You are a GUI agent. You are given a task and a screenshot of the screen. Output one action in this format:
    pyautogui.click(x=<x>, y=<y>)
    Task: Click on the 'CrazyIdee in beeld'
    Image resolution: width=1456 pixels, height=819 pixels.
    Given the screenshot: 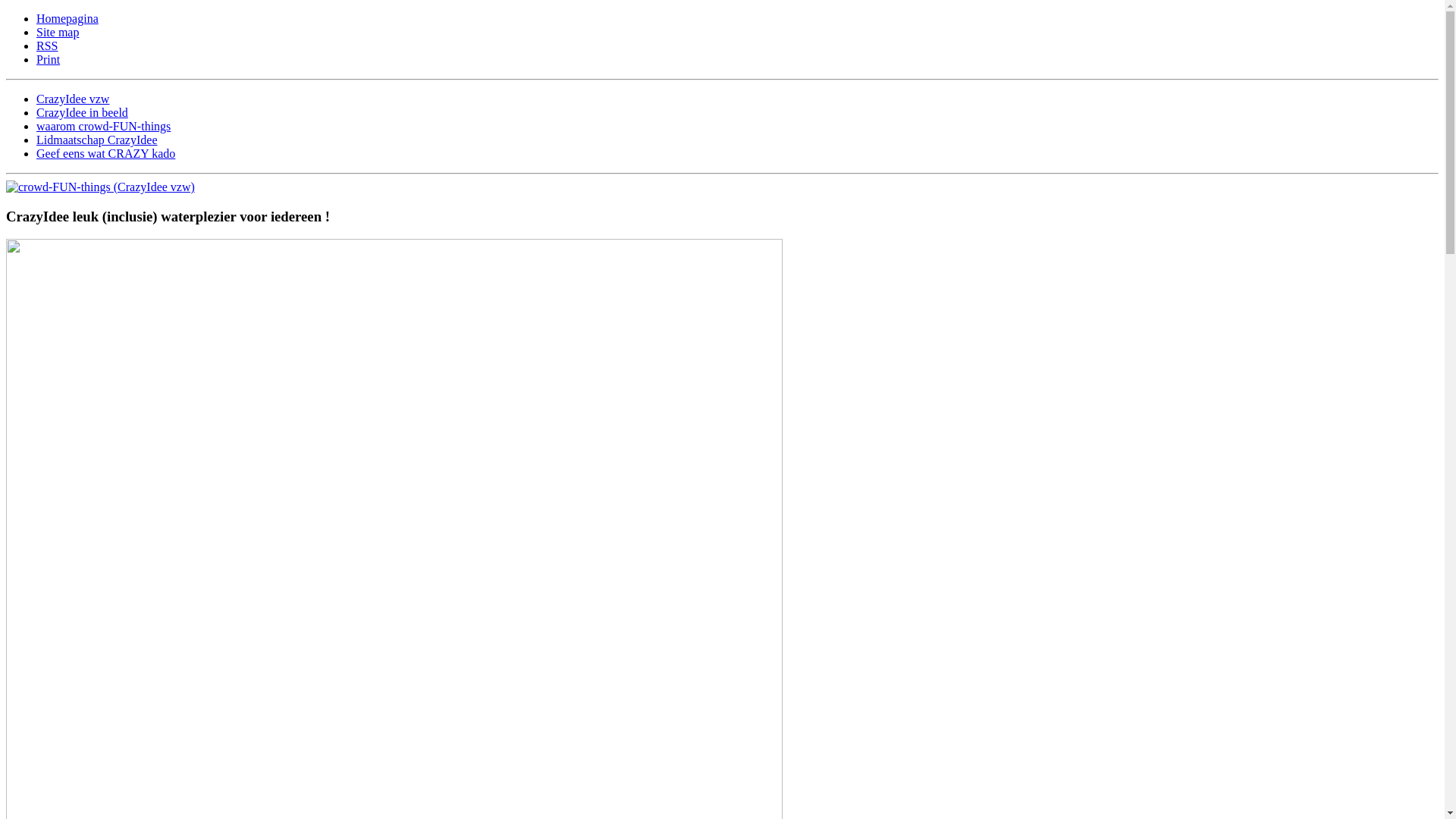 What is the action you would take?
    pyautogui.click(x=81, y=111)
    